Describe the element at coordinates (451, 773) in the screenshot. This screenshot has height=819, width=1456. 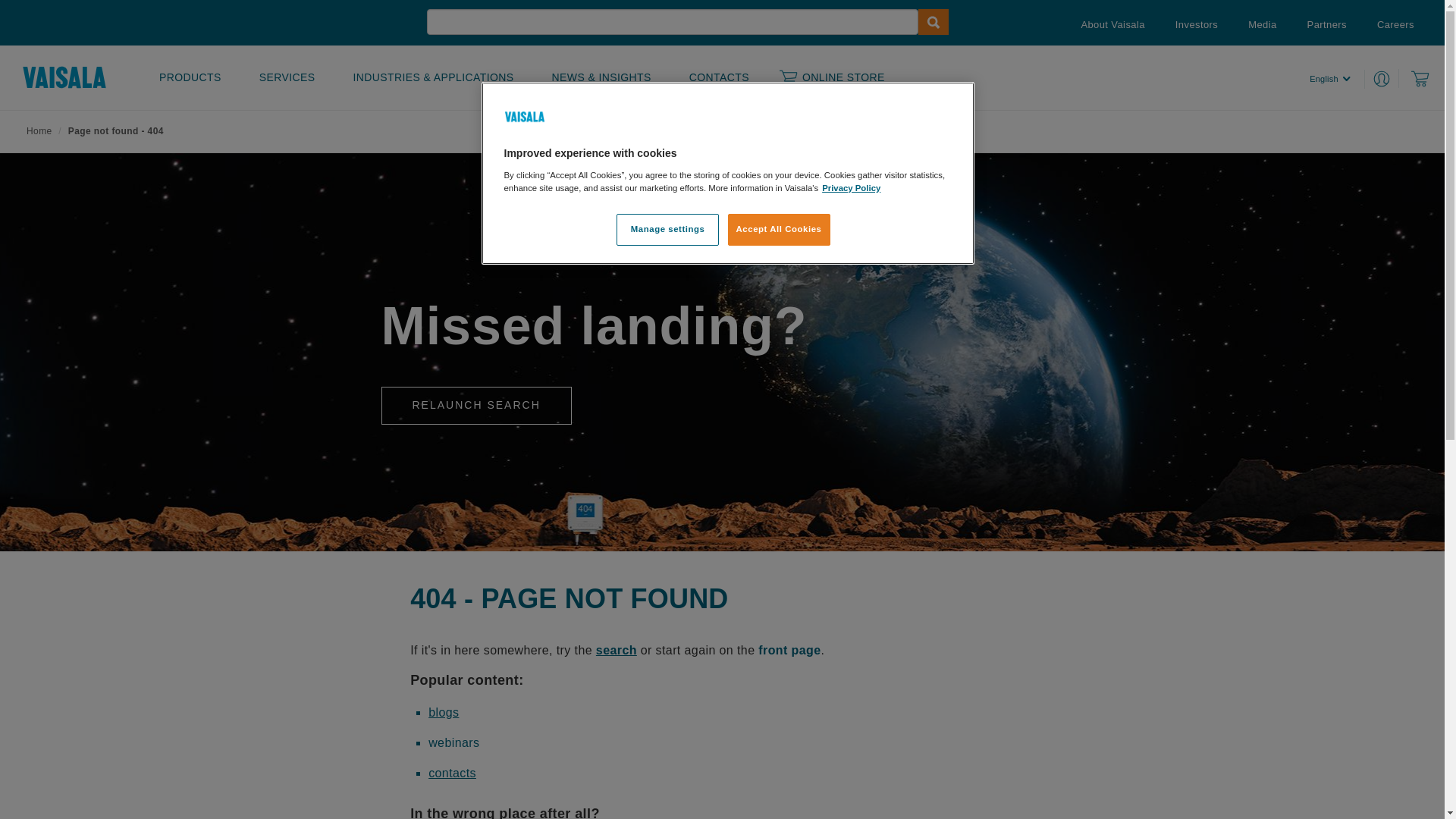
I see `'contacts'` at that location.